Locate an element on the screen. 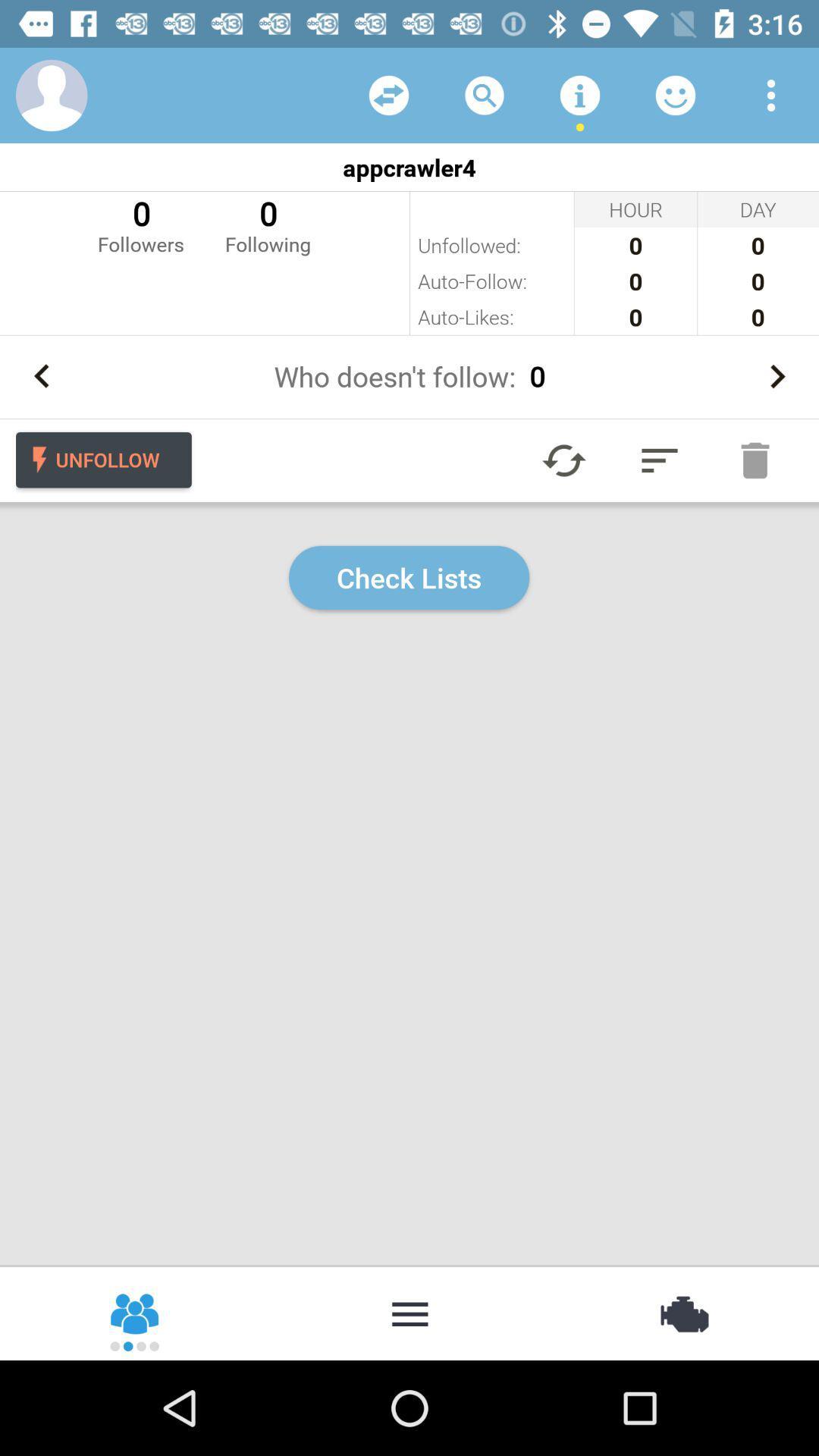  profile is located at coordinates (51, 94).